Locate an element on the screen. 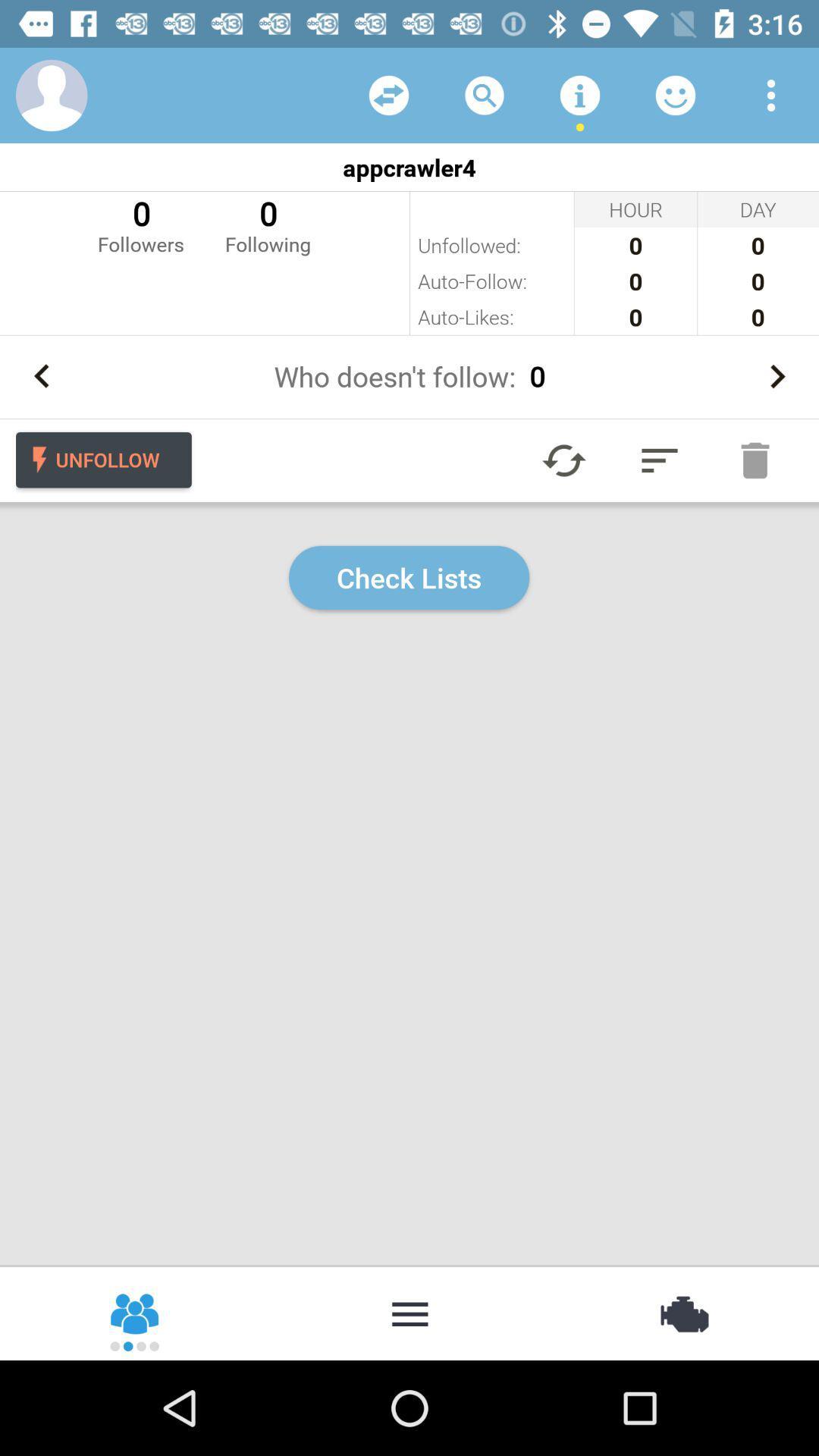  profile is located at coordinates (51, 94).